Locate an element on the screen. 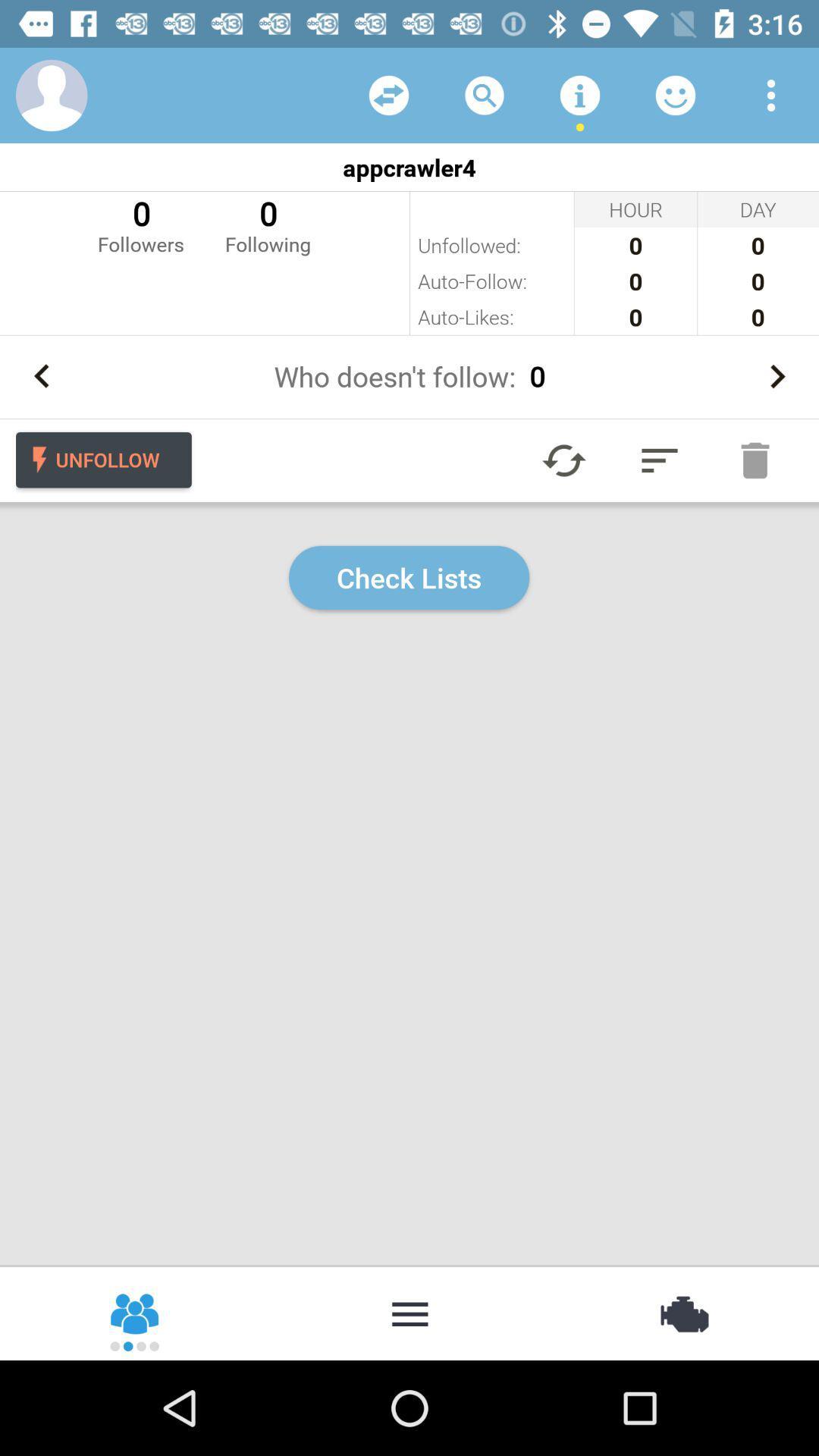  profile is located at coordinates (51, 94).